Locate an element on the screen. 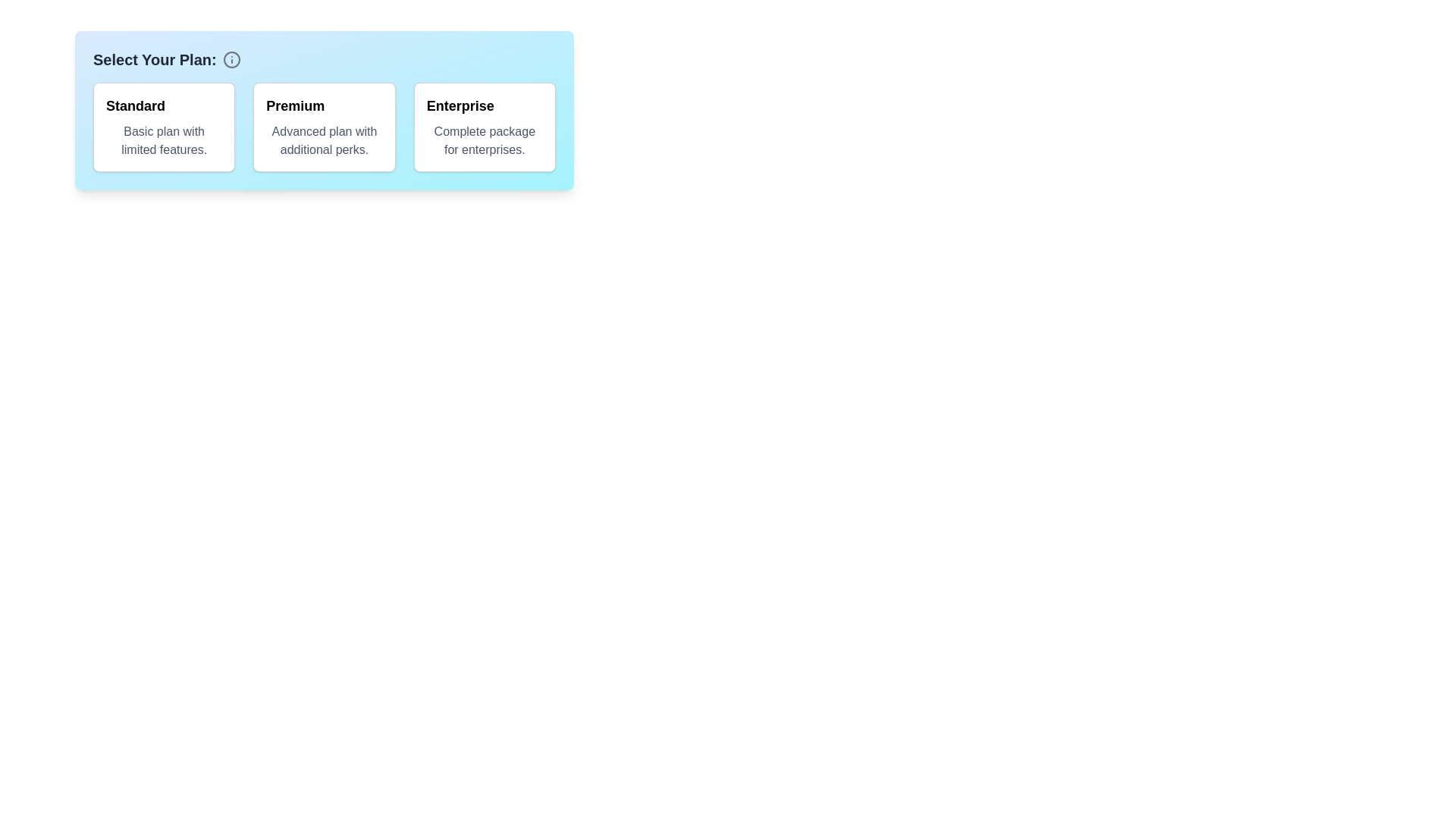 The height and width of the screenshot is (819, 1456). text of the Heading or Title Text for the 'Enterprise' plan option, which is centered within the third choice card under 'Select Your Plan' is located at coordinates (460, 105).